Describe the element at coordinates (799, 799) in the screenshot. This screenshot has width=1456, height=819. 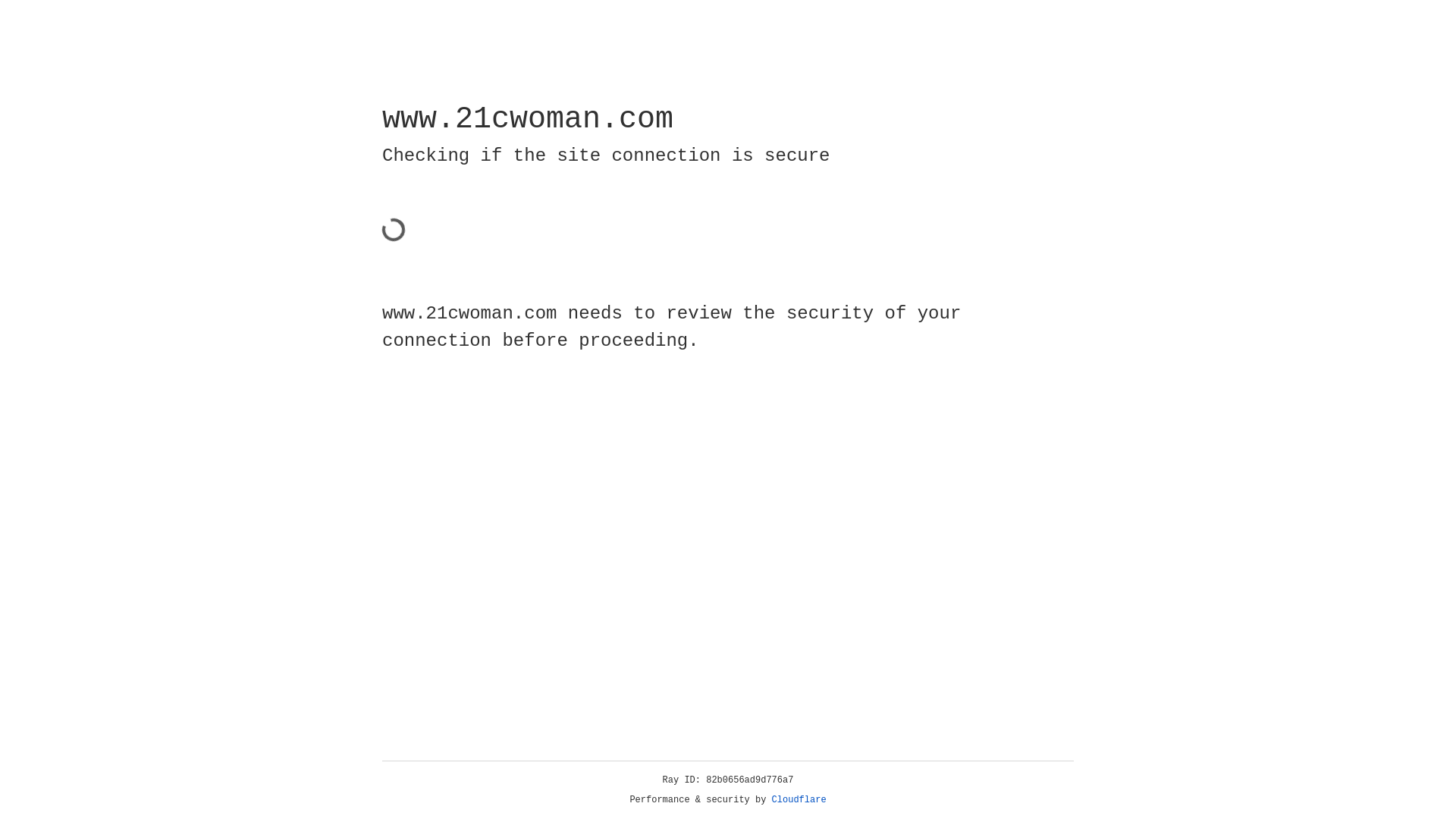
I see `'Cloudflare'` at that location.